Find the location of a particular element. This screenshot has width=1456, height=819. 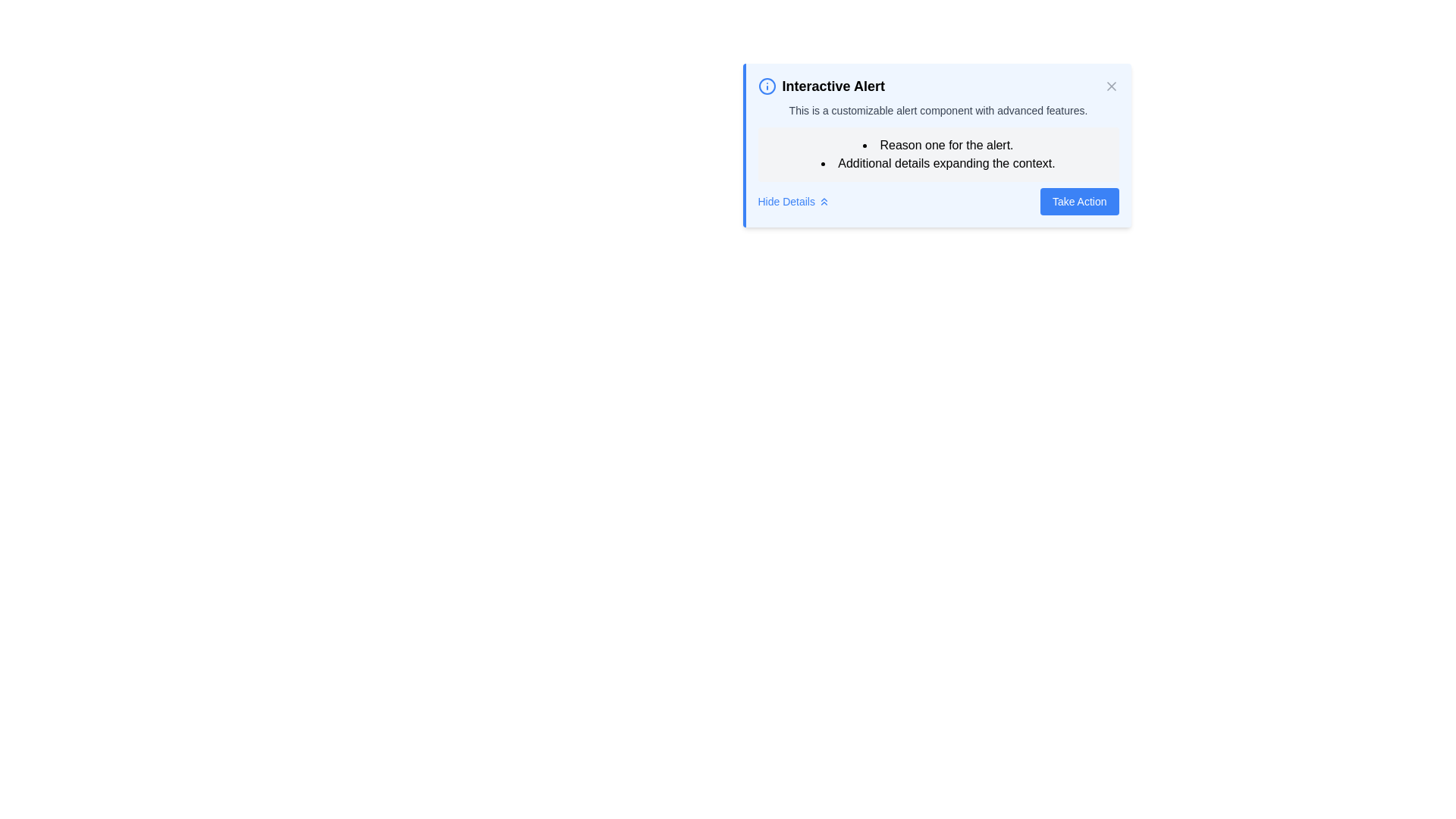

the call-to-action button located in the lower-right corner of the alert box is located at coordinates (1078, 201).